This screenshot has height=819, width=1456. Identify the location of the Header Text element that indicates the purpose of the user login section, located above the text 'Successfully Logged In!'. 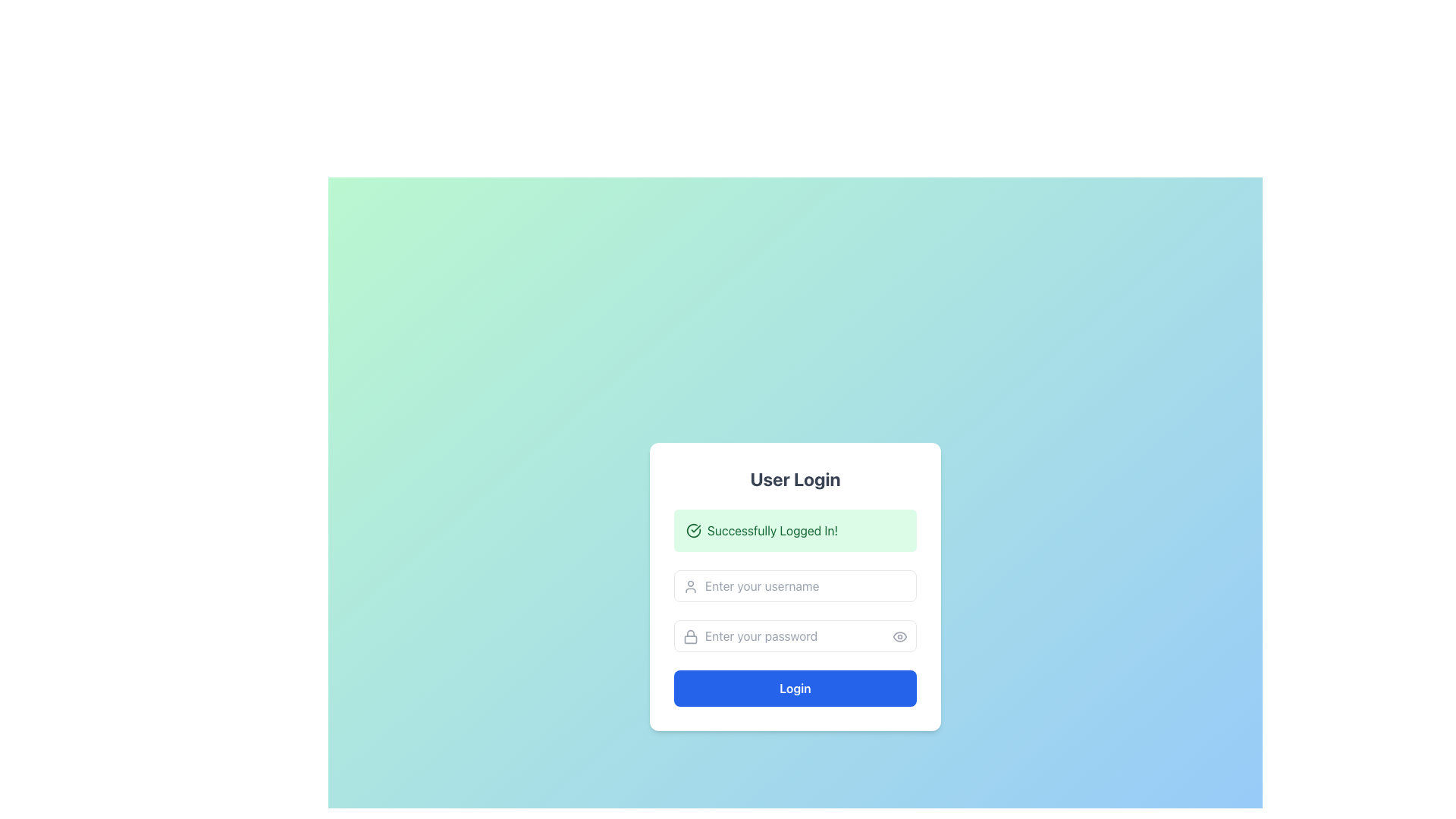
(795, 479).